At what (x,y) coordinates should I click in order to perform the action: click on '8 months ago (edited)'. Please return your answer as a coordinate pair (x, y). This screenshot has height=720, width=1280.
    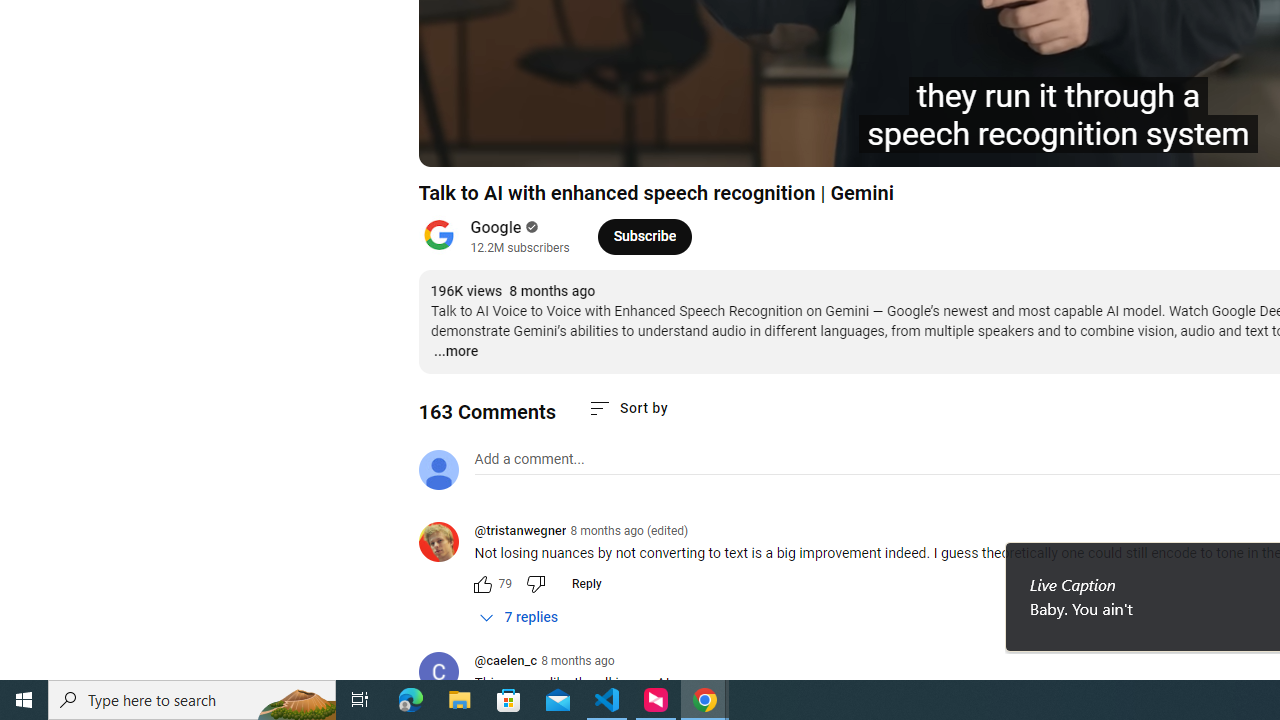
    Looking at the image, I should click on (628, 530).